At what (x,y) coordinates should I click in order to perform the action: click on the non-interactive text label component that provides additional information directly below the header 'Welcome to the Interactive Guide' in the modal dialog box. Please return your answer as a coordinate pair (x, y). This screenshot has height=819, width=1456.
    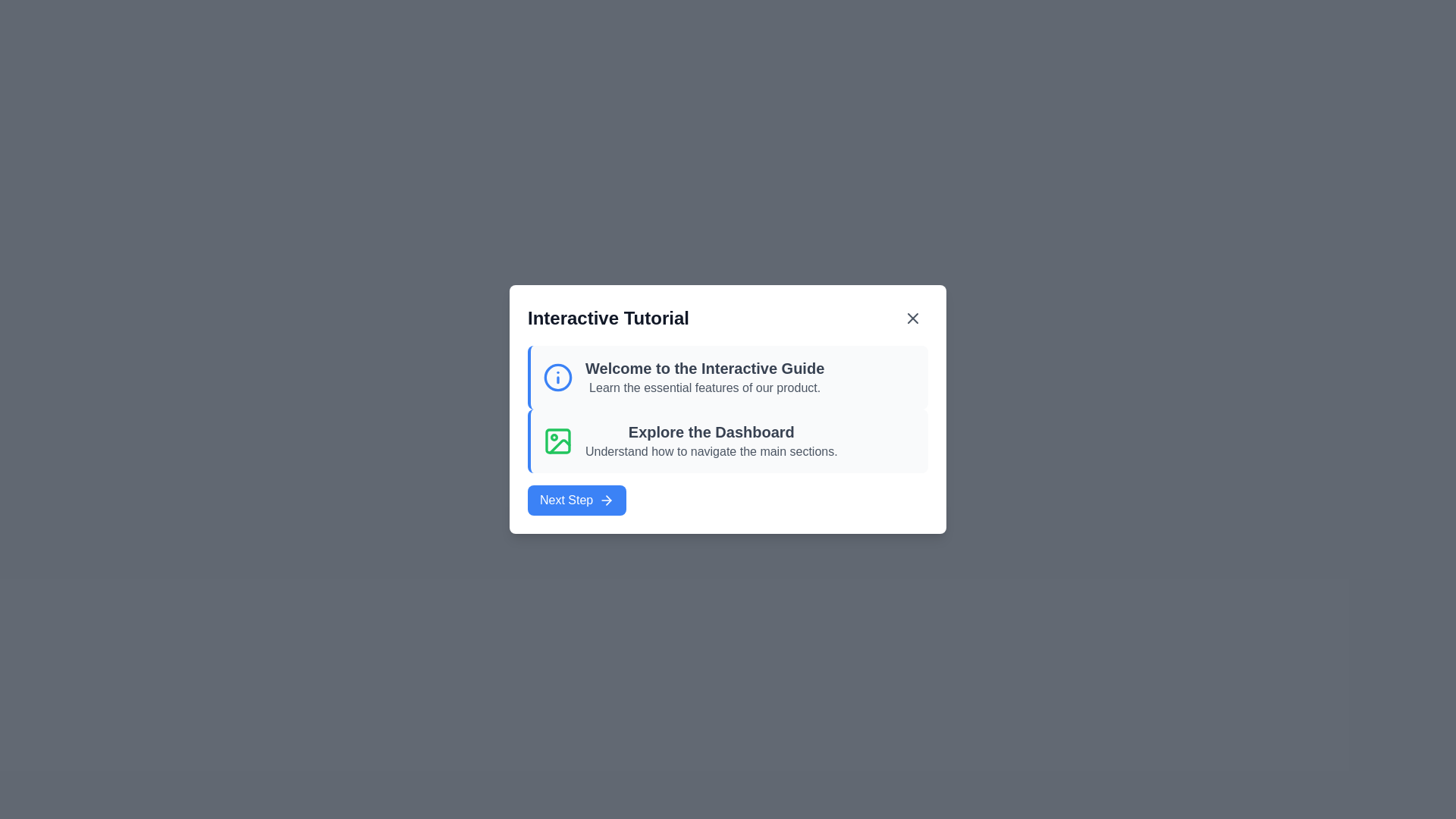
    Looking at the image, I should click on (704, 388).